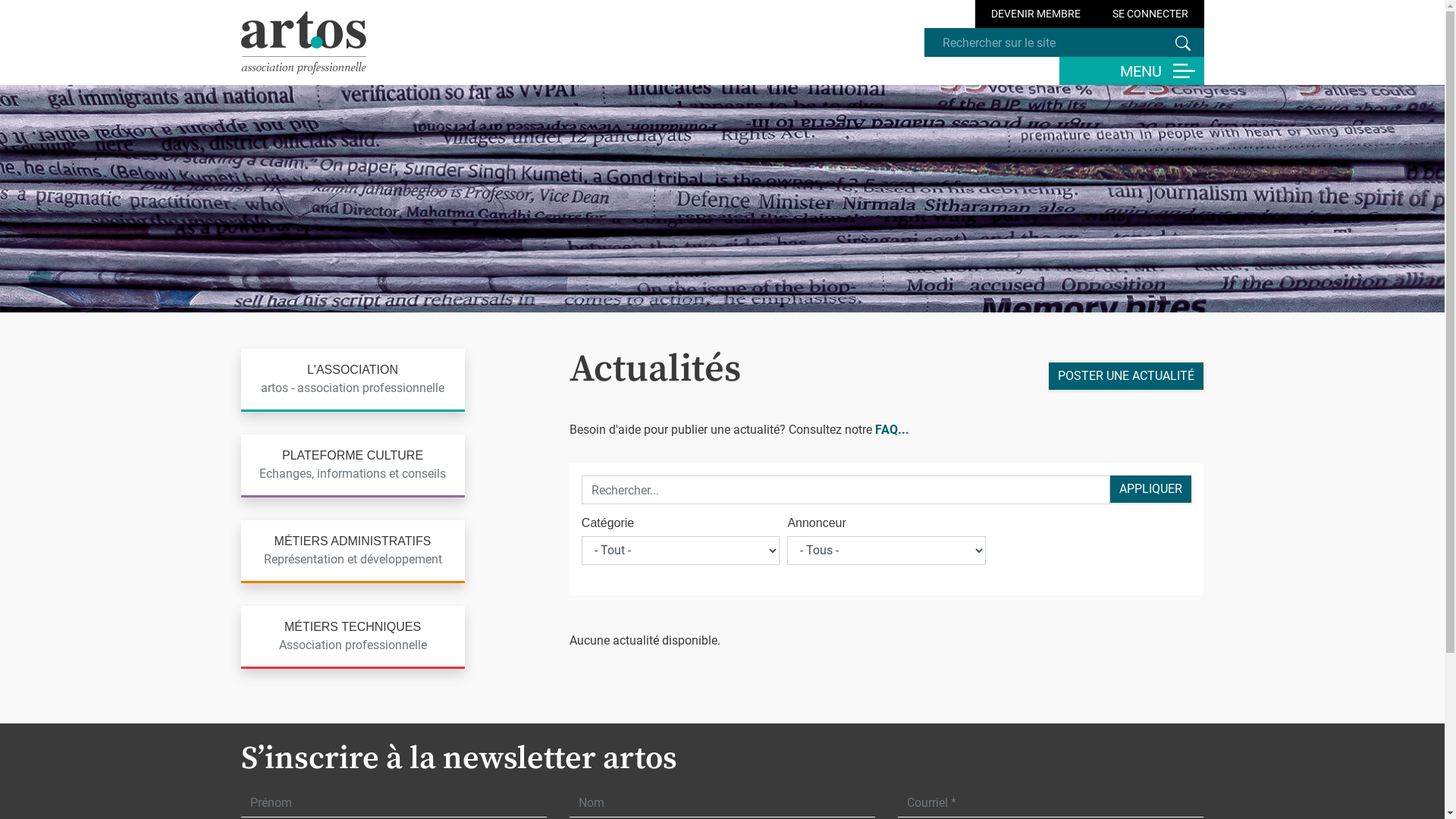  Describe the element at coordinates (1182, 42) in the screenshot. I see `'Rechercher'` at that location.